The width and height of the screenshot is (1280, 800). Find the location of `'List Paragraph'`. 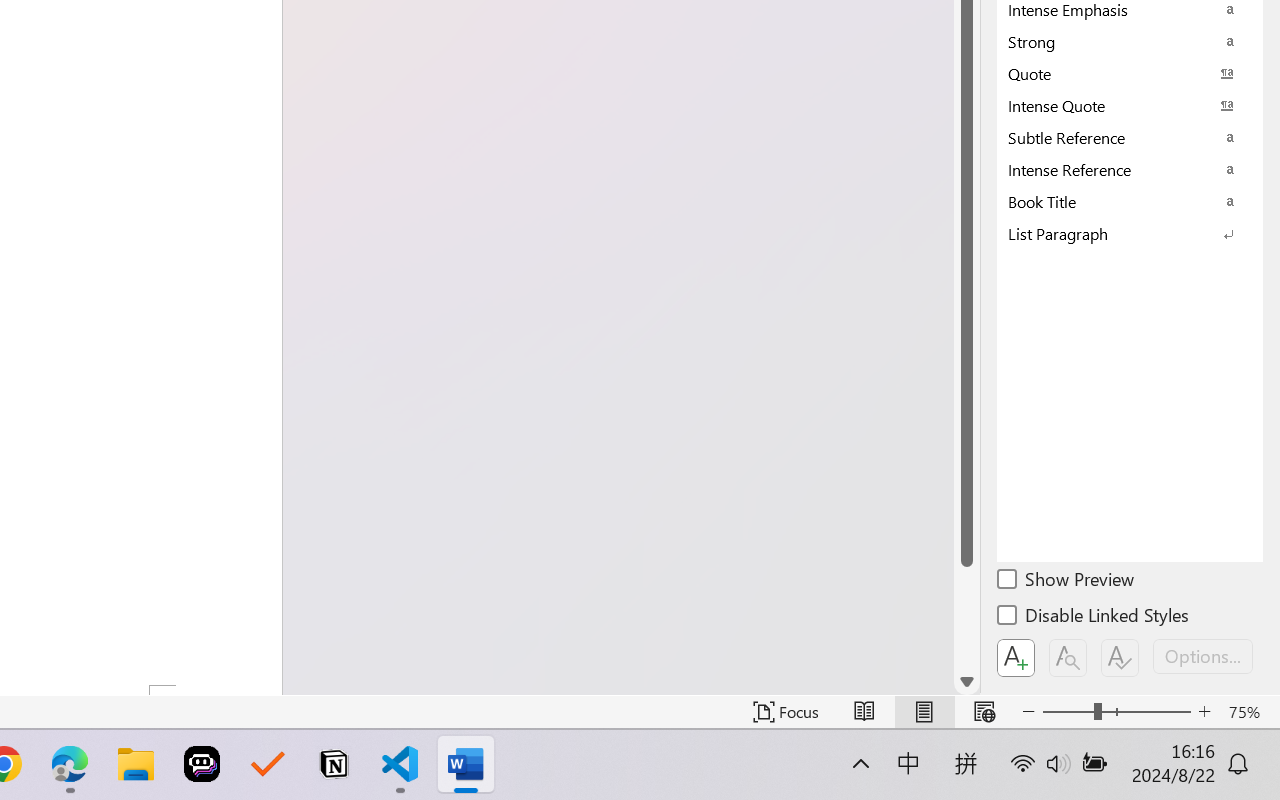

'List Paragraph' is located at coordinates (1130, 233).